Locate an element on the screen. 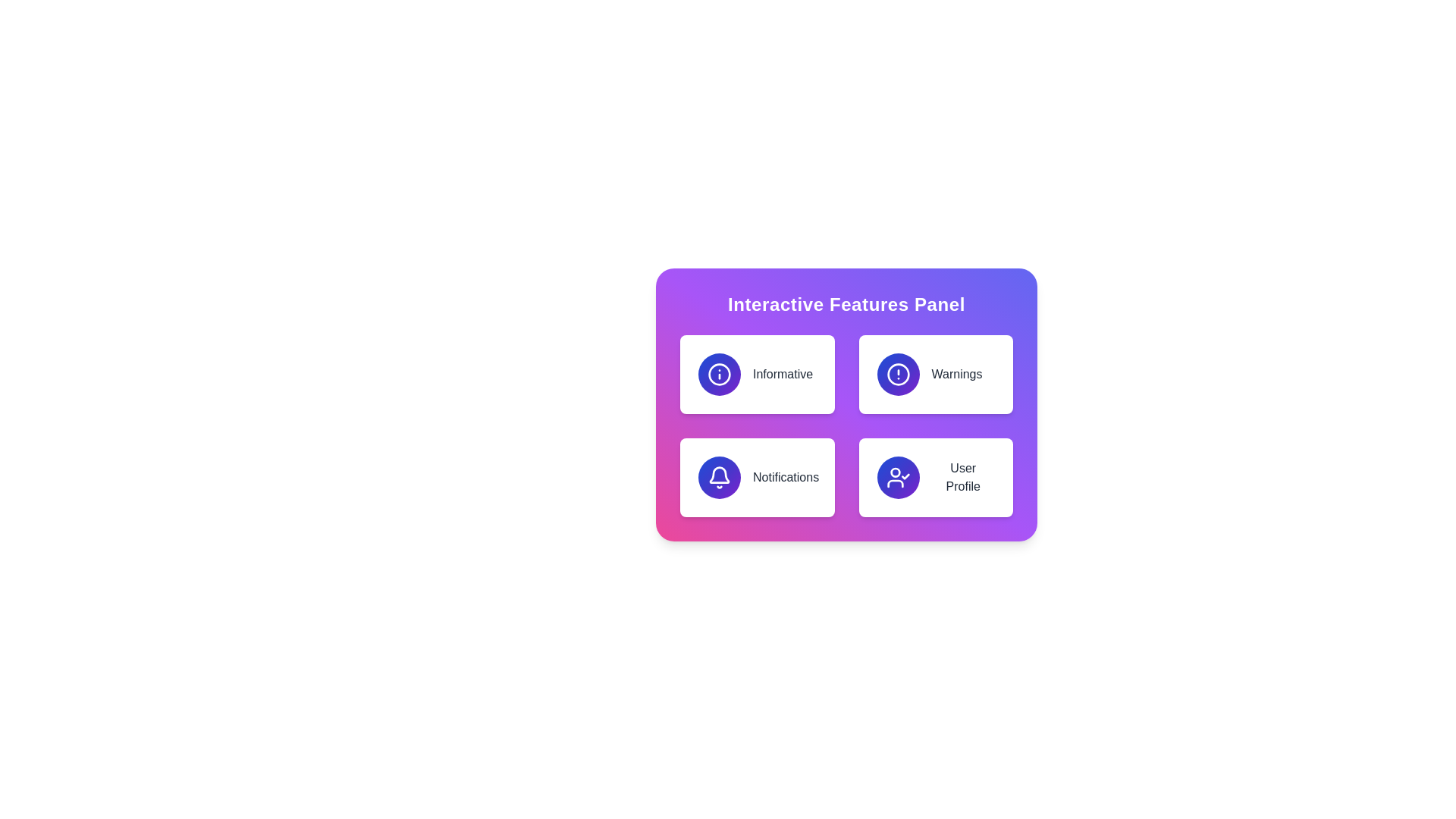  the button labeled 'User Profile', which features an icon of a user silhouette with a checkmark badge in the bottom-right quadrant of the 'Interactive Features Panel' is located at coordinates (898, 476).